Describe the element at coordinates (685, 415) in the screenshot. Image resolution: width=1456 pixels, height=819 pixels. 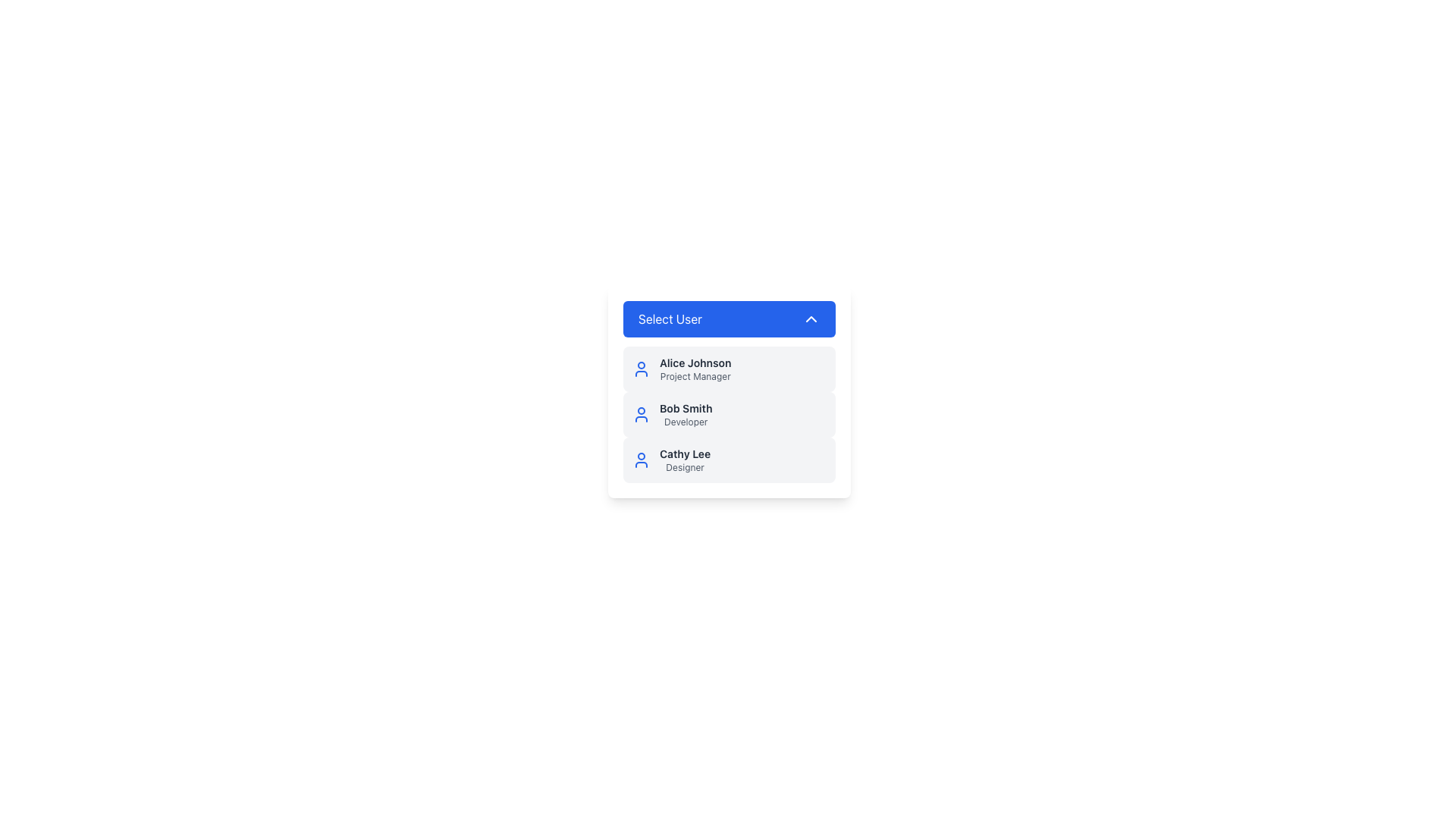
I see `the second item in the dropdown list containing rich text` at that location.